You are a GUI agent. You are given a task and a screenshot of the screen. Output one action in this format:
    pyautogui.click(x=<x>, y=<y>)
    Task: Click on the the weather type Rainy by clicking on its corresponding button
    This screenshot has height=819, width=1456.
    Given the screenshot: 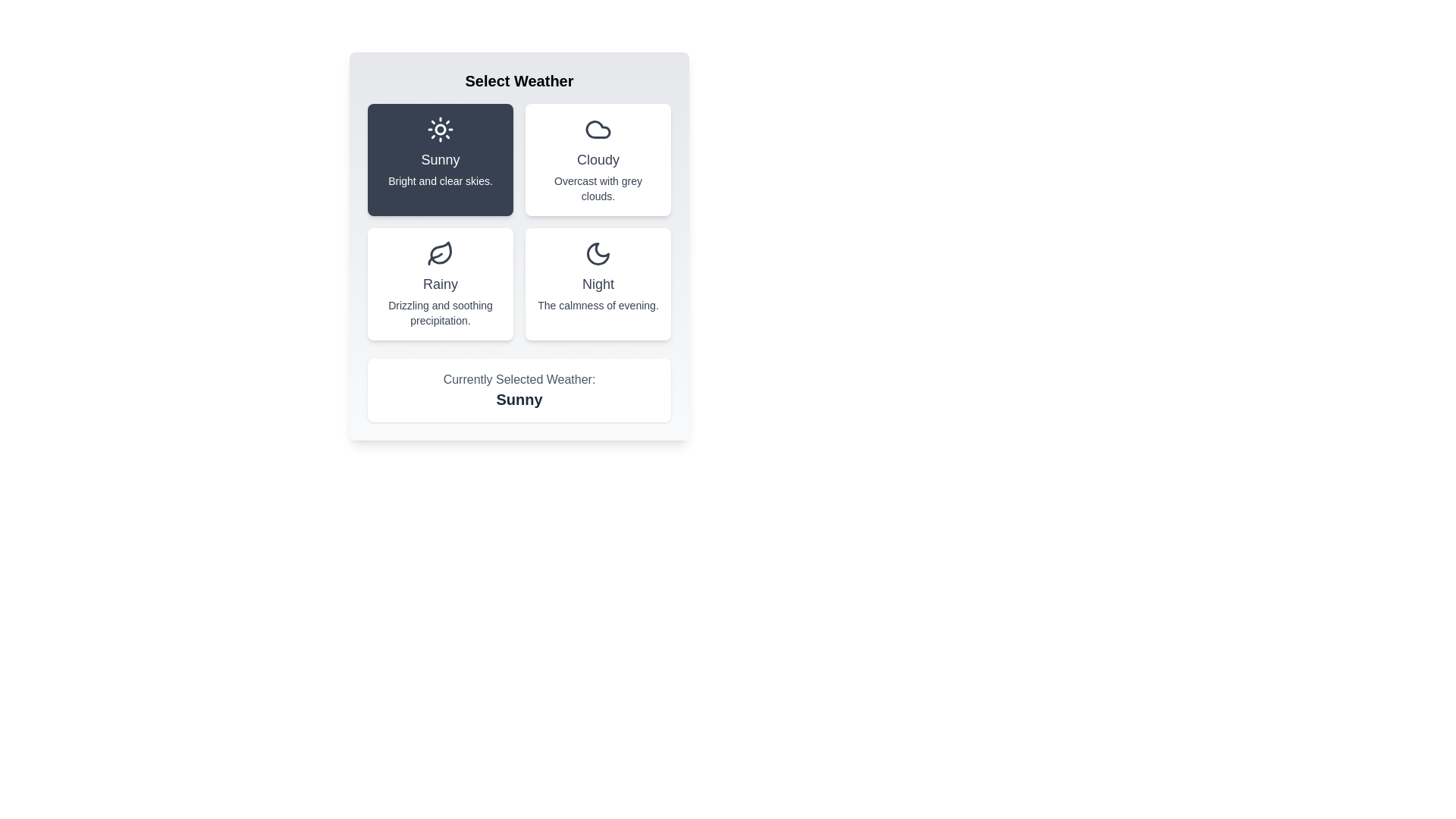 What is the action you would take?
    pyautogui.click(x=439, y=284)
    